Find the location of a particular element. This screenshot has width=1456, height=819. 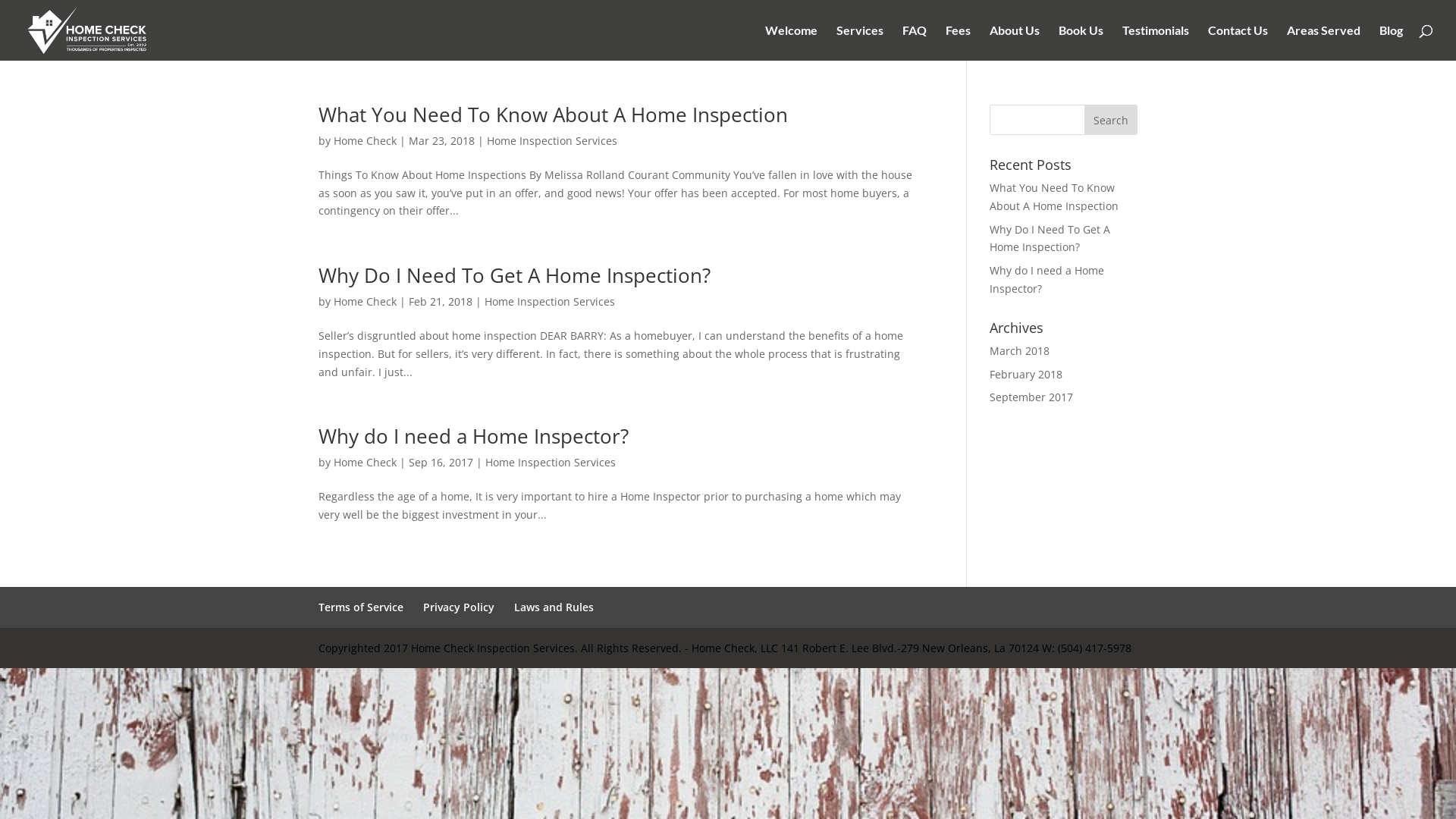

'Testimonials' is located at coordinates (1154, 42).